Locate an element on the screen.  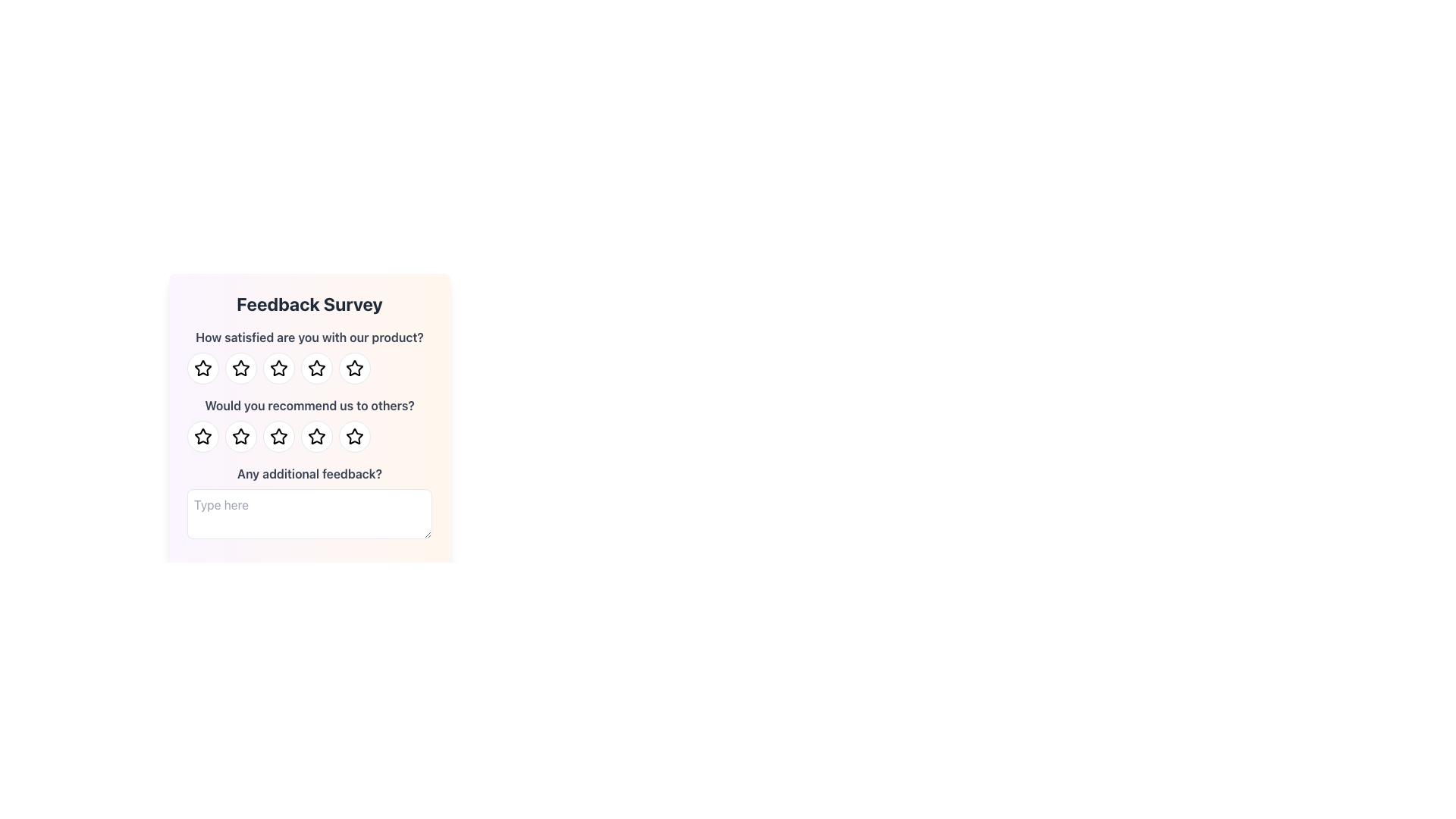
the static label displaying the question 'Would you recommend us to others?' which is positioned above the star icons in the survey interface is located at coordinates (309, 405).